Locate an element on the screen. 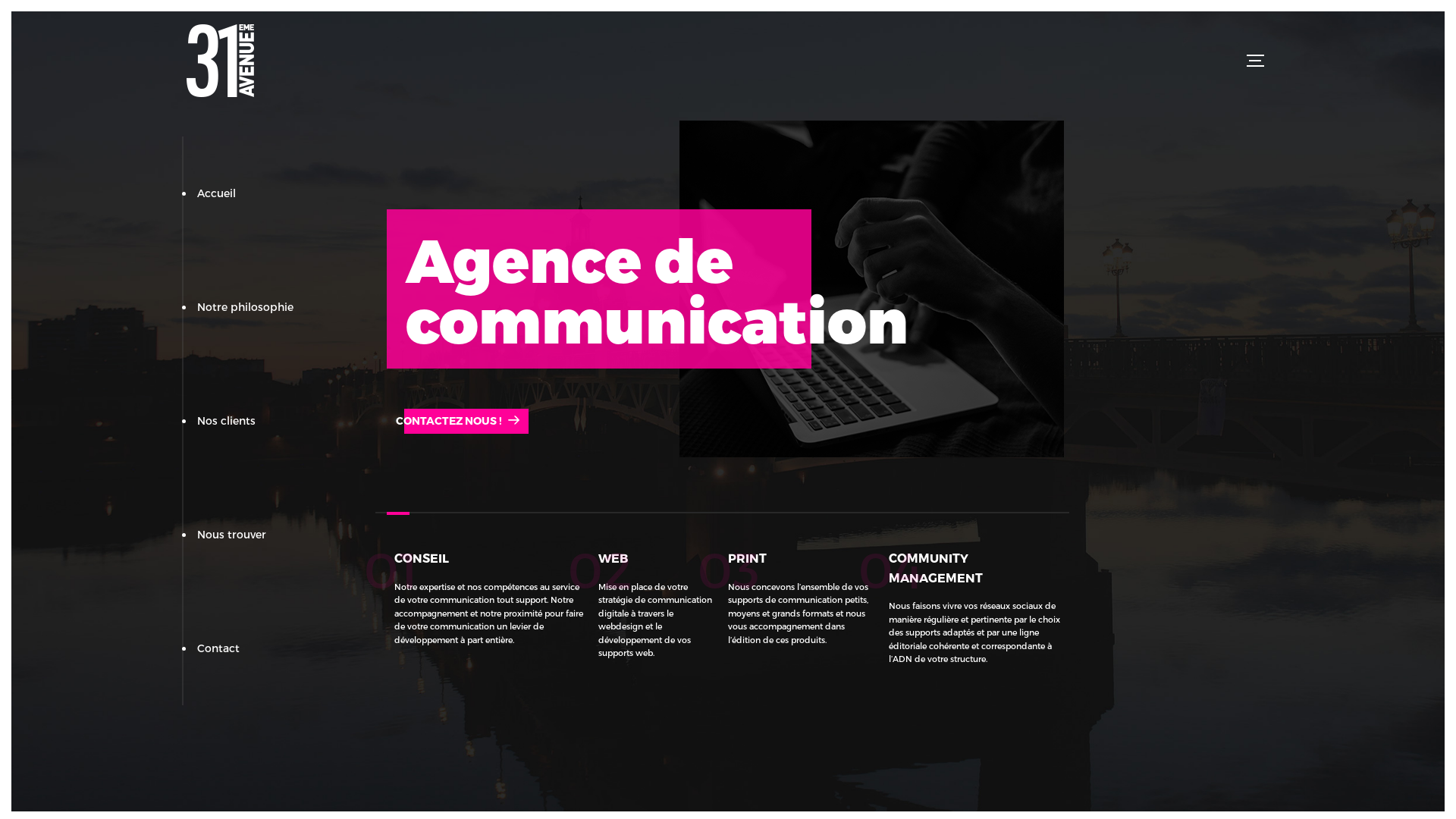  'Notre philosophie' is located at coordinates (245, 306).